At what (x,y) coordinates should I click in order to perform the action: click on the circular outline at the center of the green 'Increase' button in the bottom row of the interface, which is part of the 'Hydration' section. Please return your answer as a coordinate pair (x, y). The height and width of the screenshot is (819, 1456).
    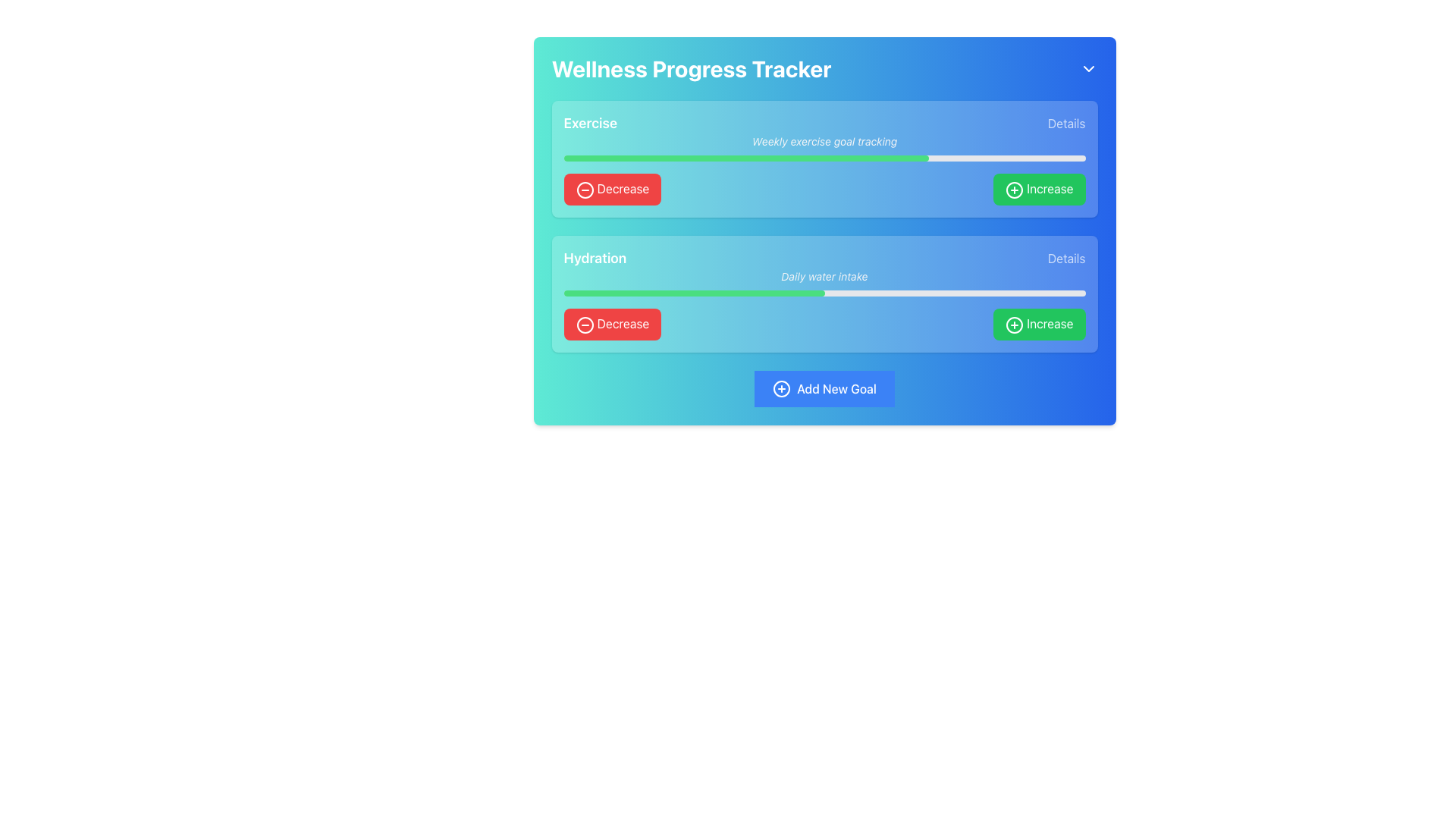
    Looking at the image, I should click on (1014, 324).